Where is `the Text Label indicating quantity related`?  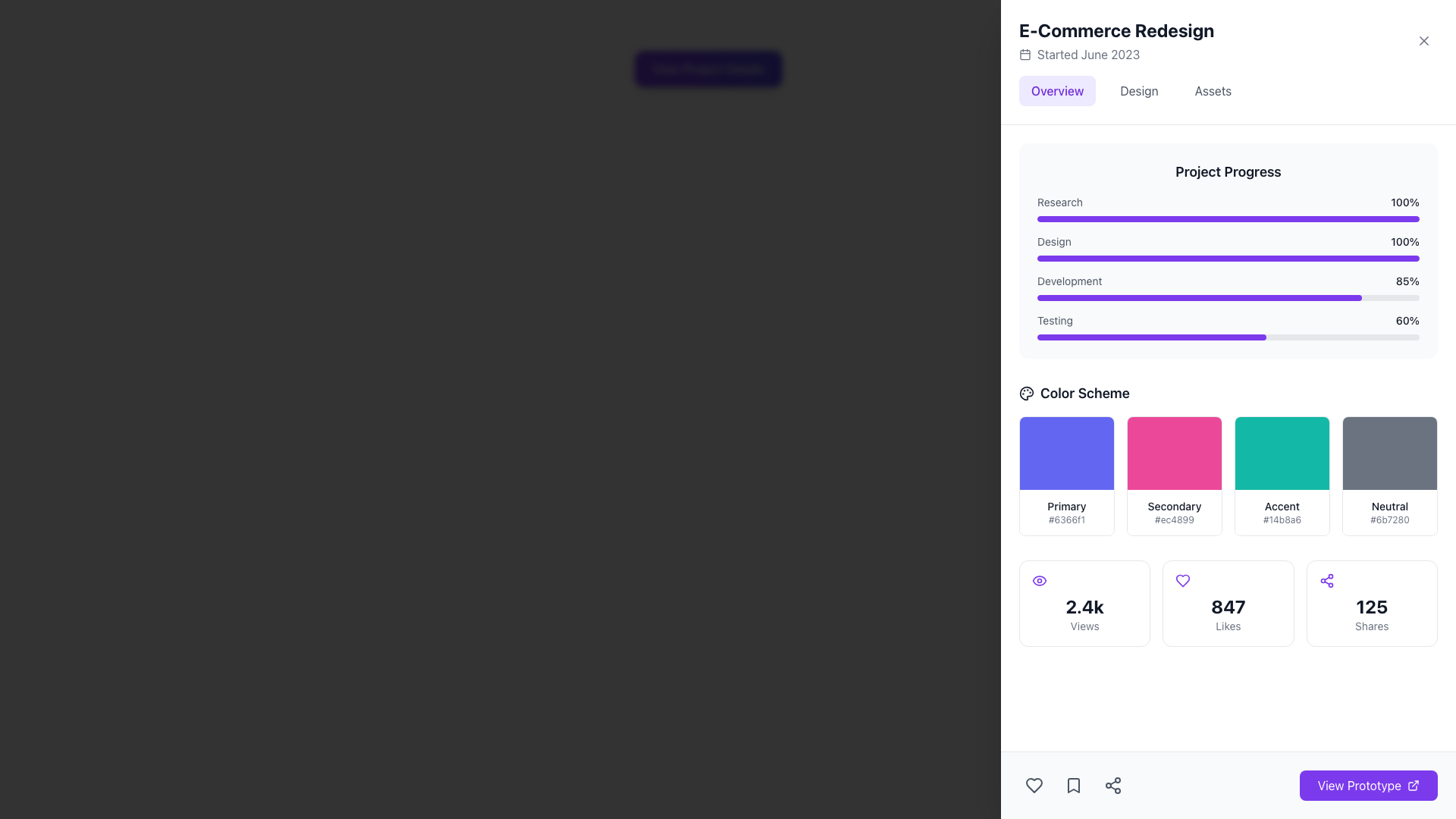
the Text Label indicating quantity related is located at coordinates (1084, 605).